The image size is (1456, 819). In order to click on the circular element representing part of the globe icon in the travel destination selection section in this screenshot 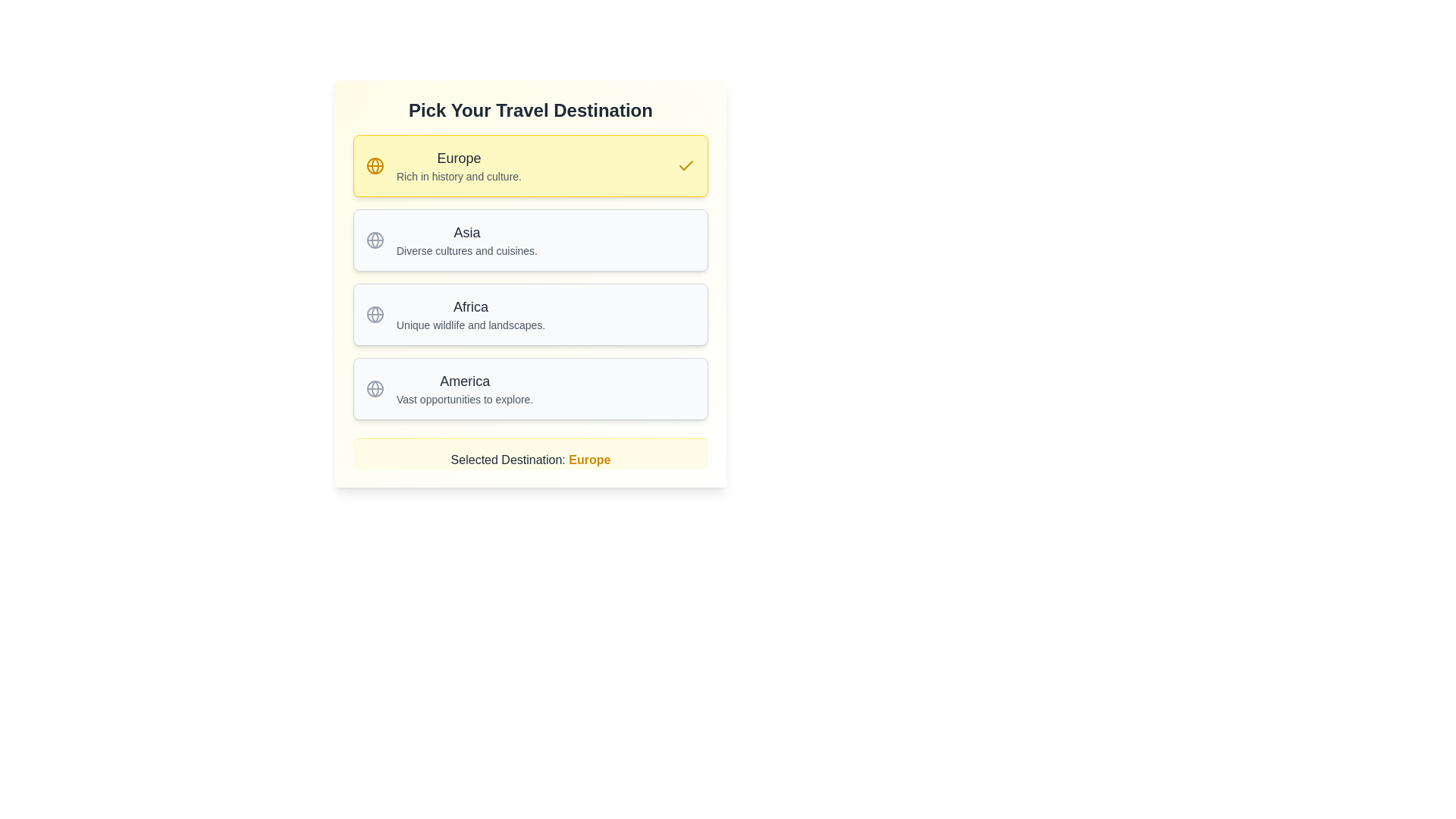, I will do `click(375, 388)`.